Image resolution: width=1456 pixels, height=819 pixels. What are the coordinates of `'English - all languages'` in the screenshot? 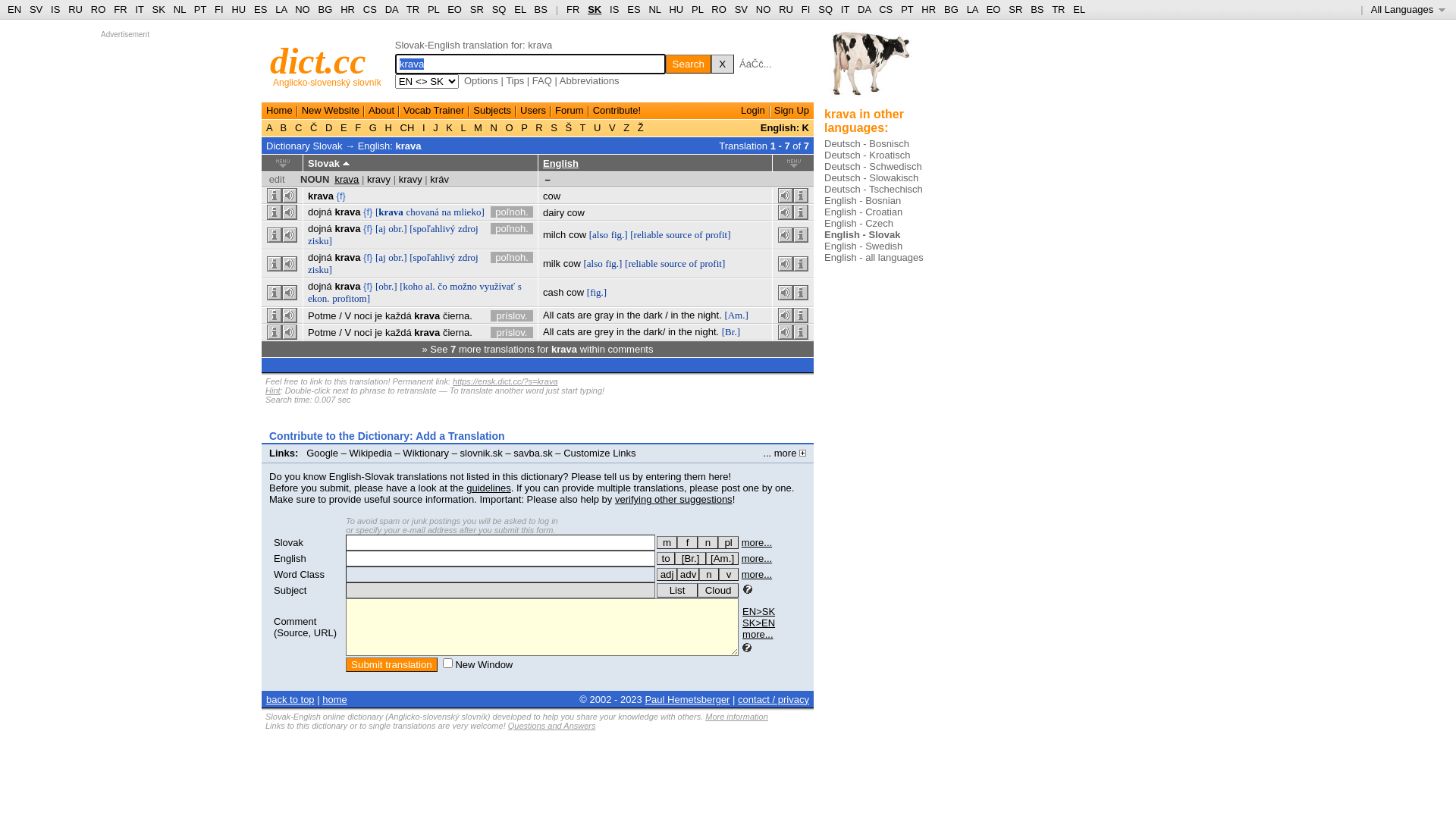 It's located at (874, 256).